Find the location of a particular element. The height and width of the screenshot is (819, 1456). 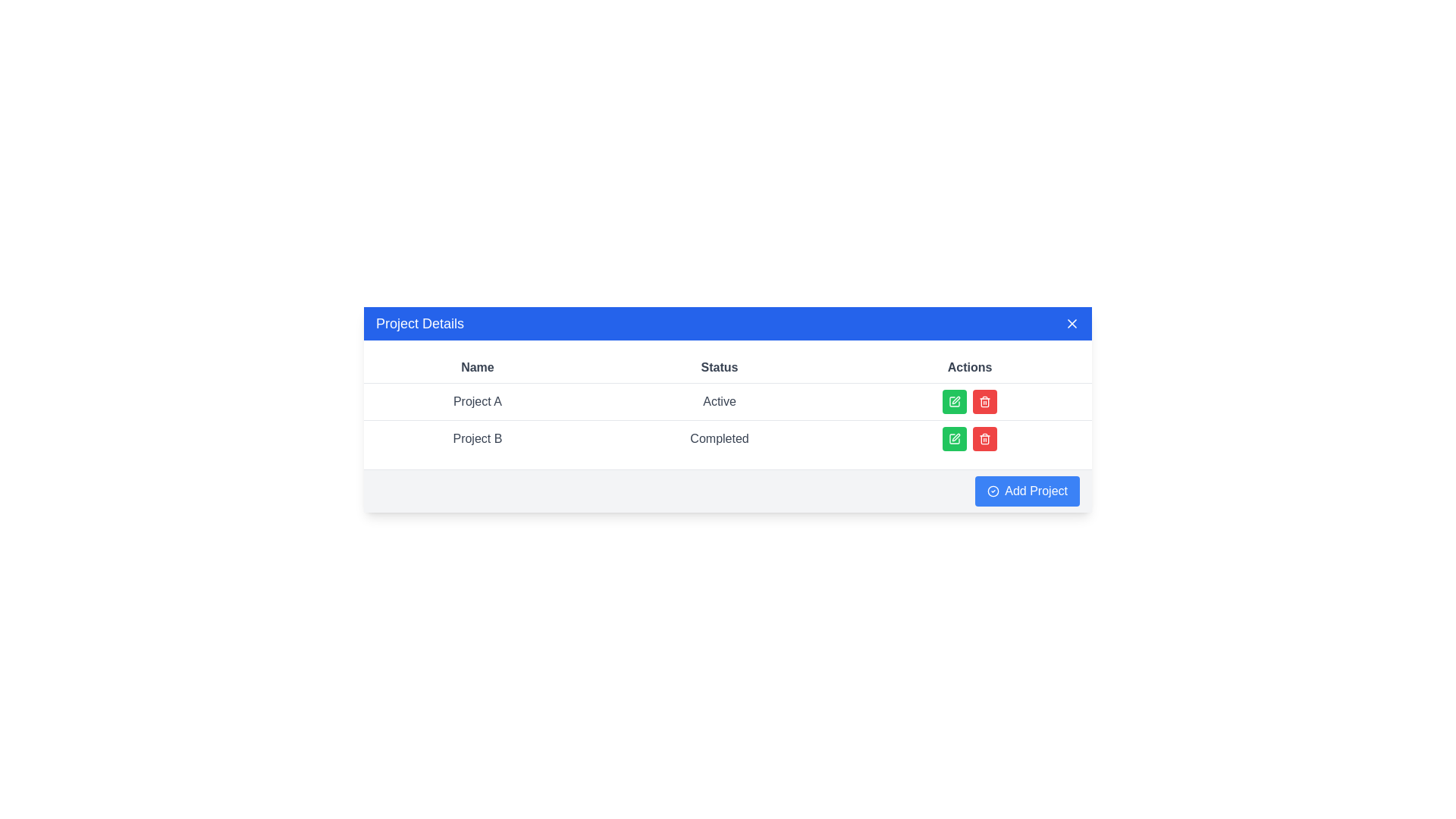

the small square green button with a pencil icon is located at coordinates (954, 438).